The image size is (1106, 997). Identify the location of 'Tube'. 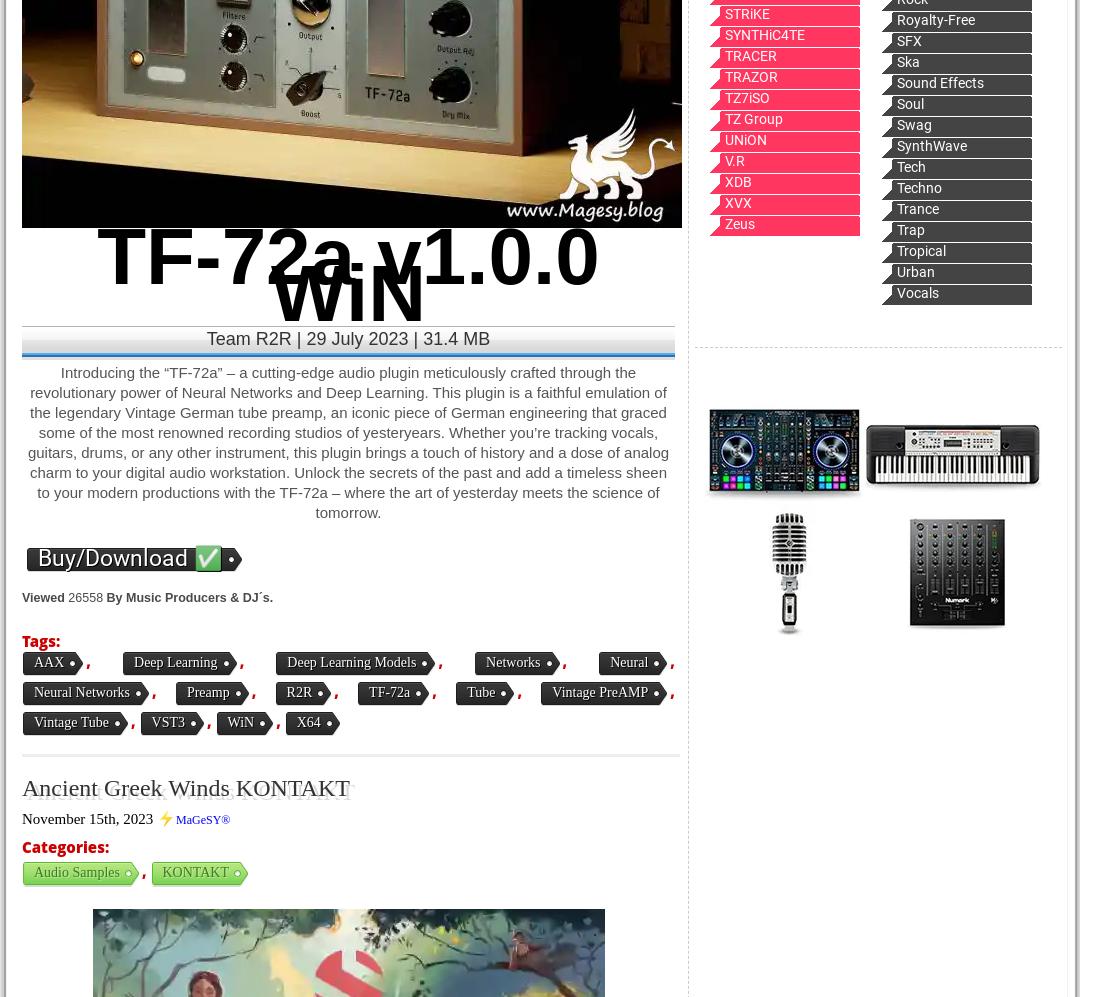
(480, 691).